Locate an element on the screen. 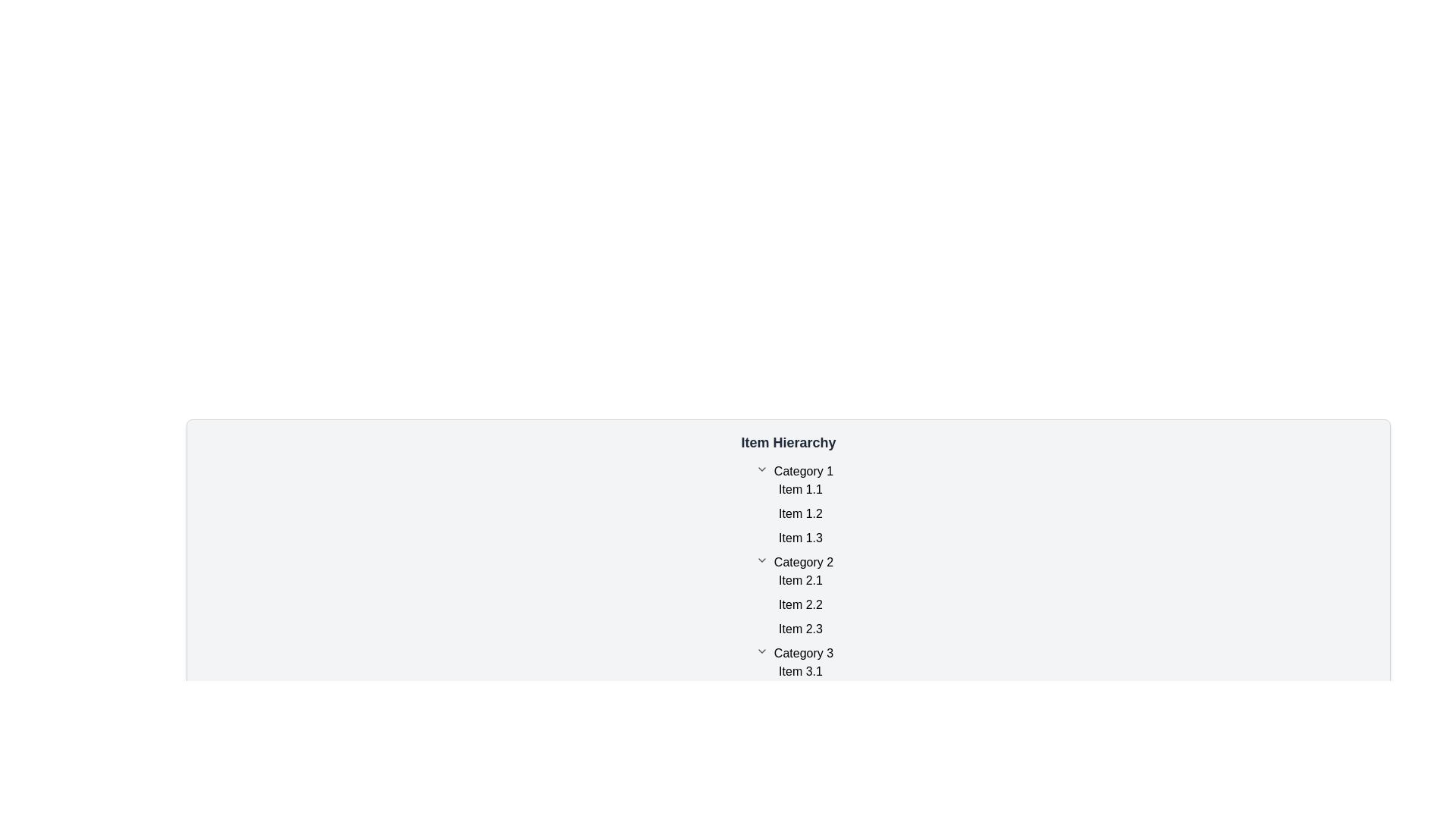 This screenshot has height=819, width=1456. the non-interactive text label displaying 'Item 2.2', which is the second item under 'Category 2' is located at coordinates (800, 604).